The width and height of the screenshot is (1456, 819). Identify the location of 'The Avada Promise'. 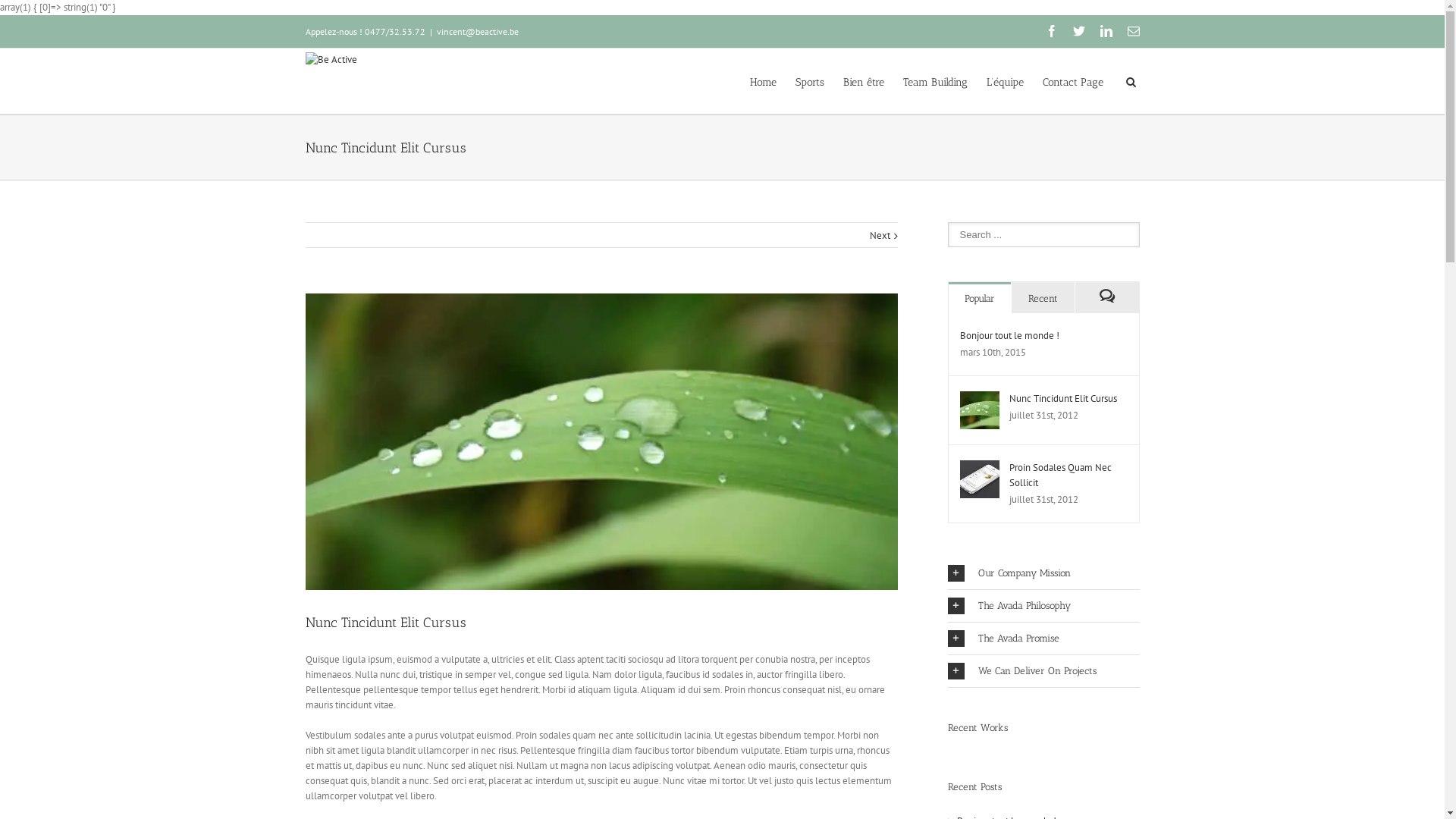
(1043, 638).